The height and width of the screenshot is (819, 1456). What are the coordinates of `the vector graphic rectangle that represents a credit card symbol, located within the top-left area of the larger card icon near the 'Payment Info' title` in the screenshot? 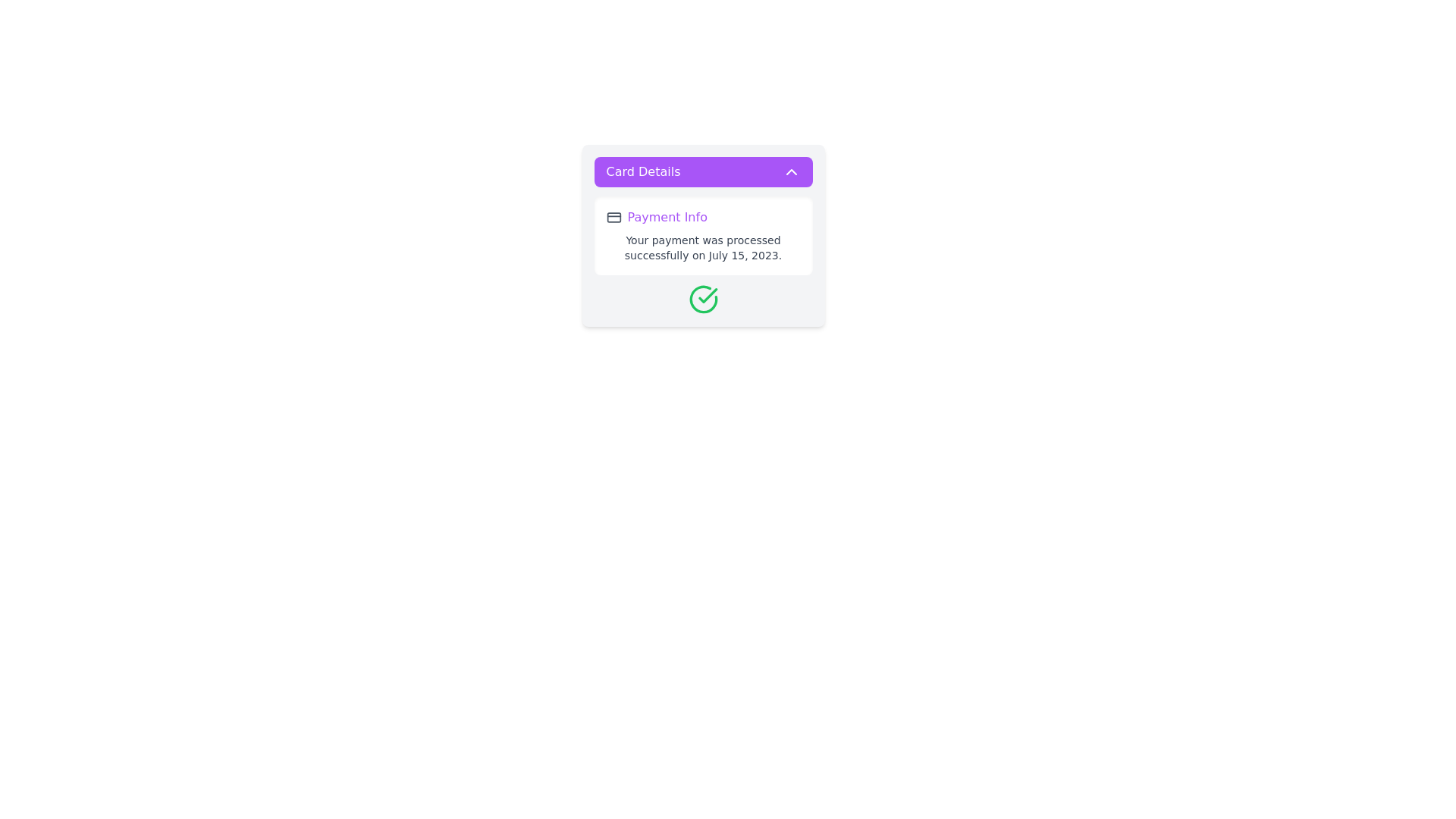 It's located at (613, 217).